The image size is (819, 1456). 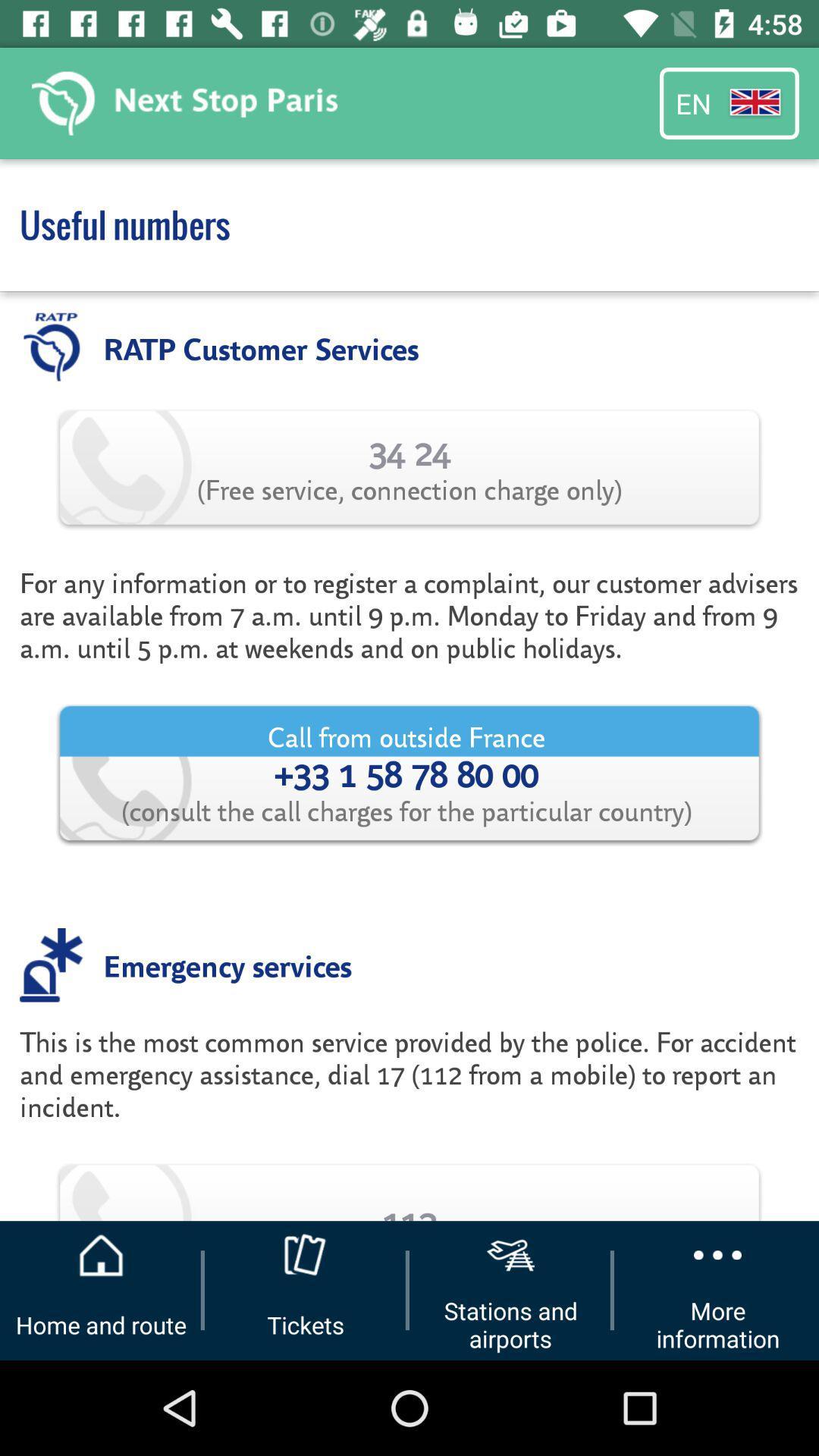 What do you see at coordinates (409, 466) in the screenshot?
I see `the 34 24 free app` at bounding box center [409, 466].